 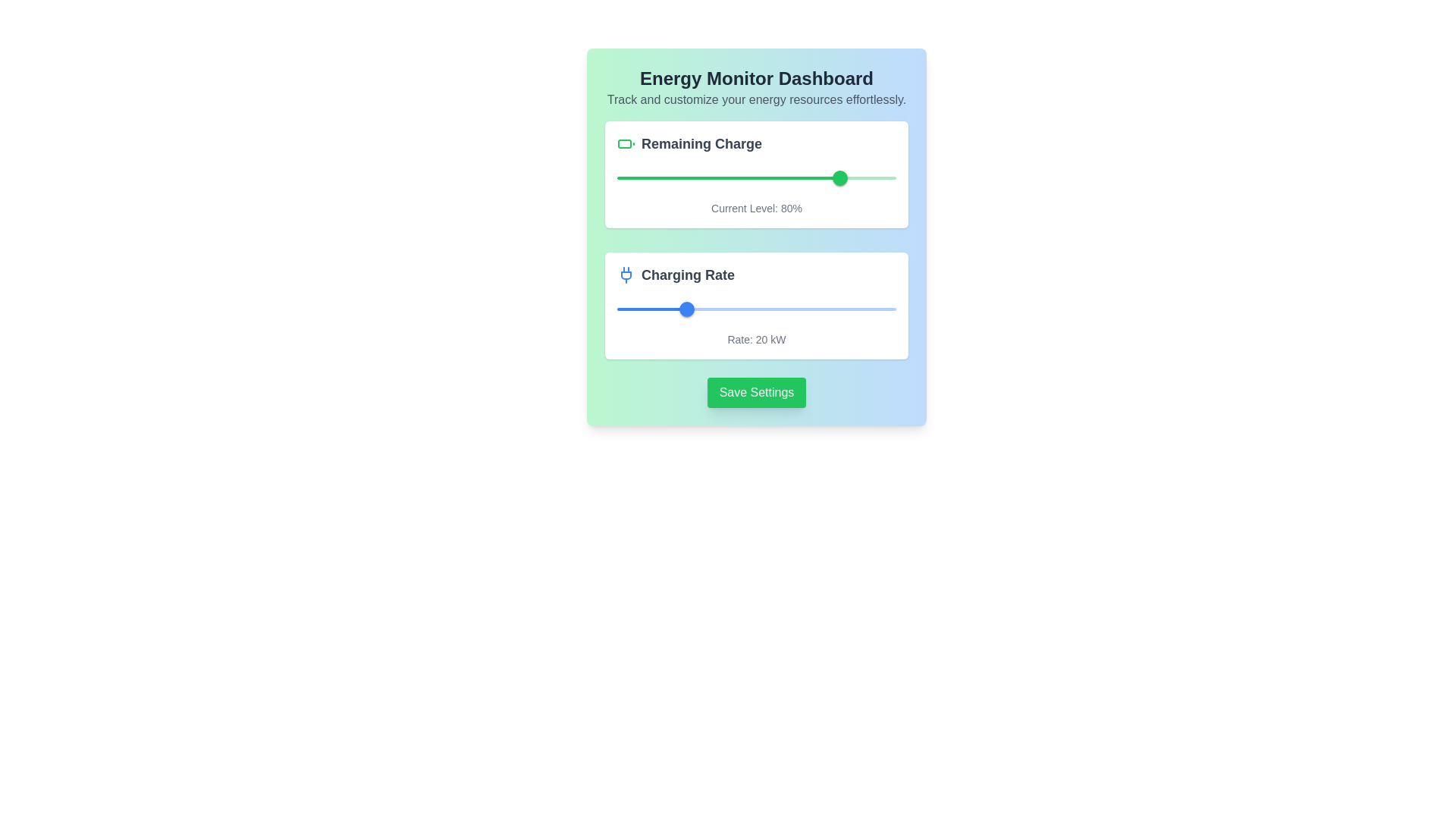 What do you see at coordinates (773, 177) in the screenshot?
I see `slider value` at bounding box center [773, 177].